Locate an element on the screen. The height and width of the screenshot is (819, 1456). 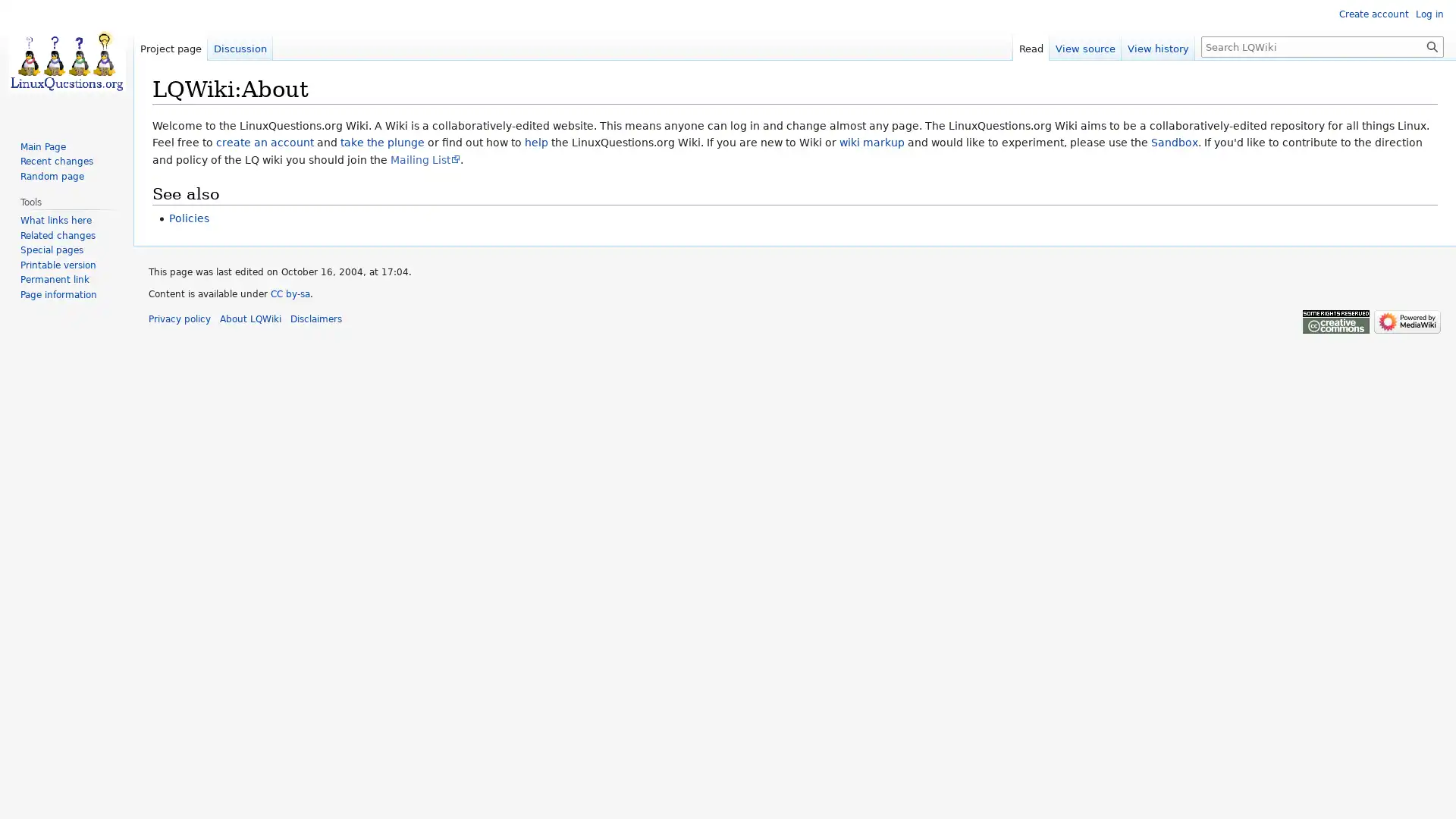
Search is located at coordinates (1432, 45).